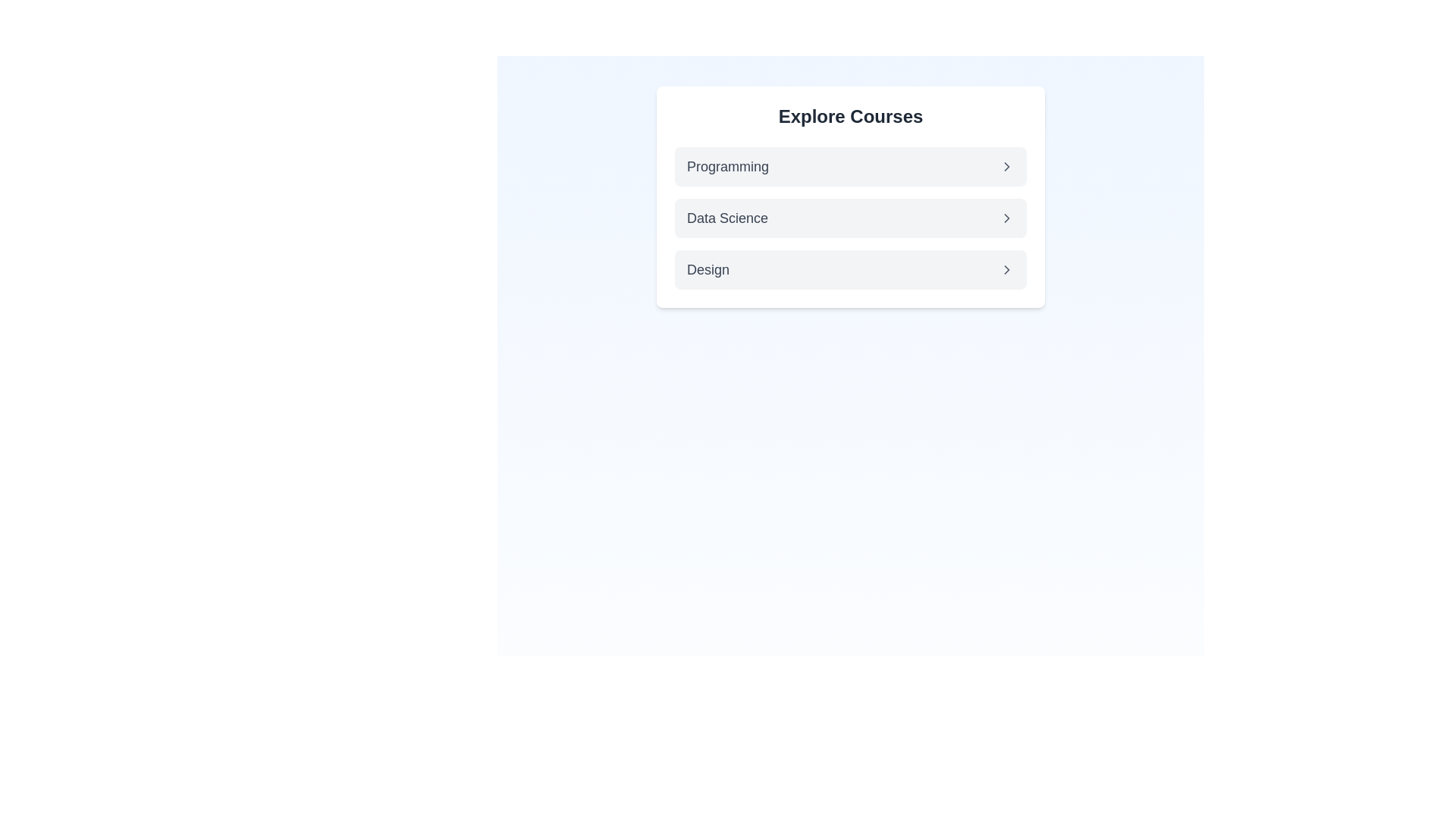 The height and width of the screenshot is (819, 1456). Describe the element at coordinates (726, 218) in the screenshot. I see `the 'Data Science' text label which is displayed in a medium gray font as a header in the course categories menu, positioned between 'Programming' and 'Design'` at that location.